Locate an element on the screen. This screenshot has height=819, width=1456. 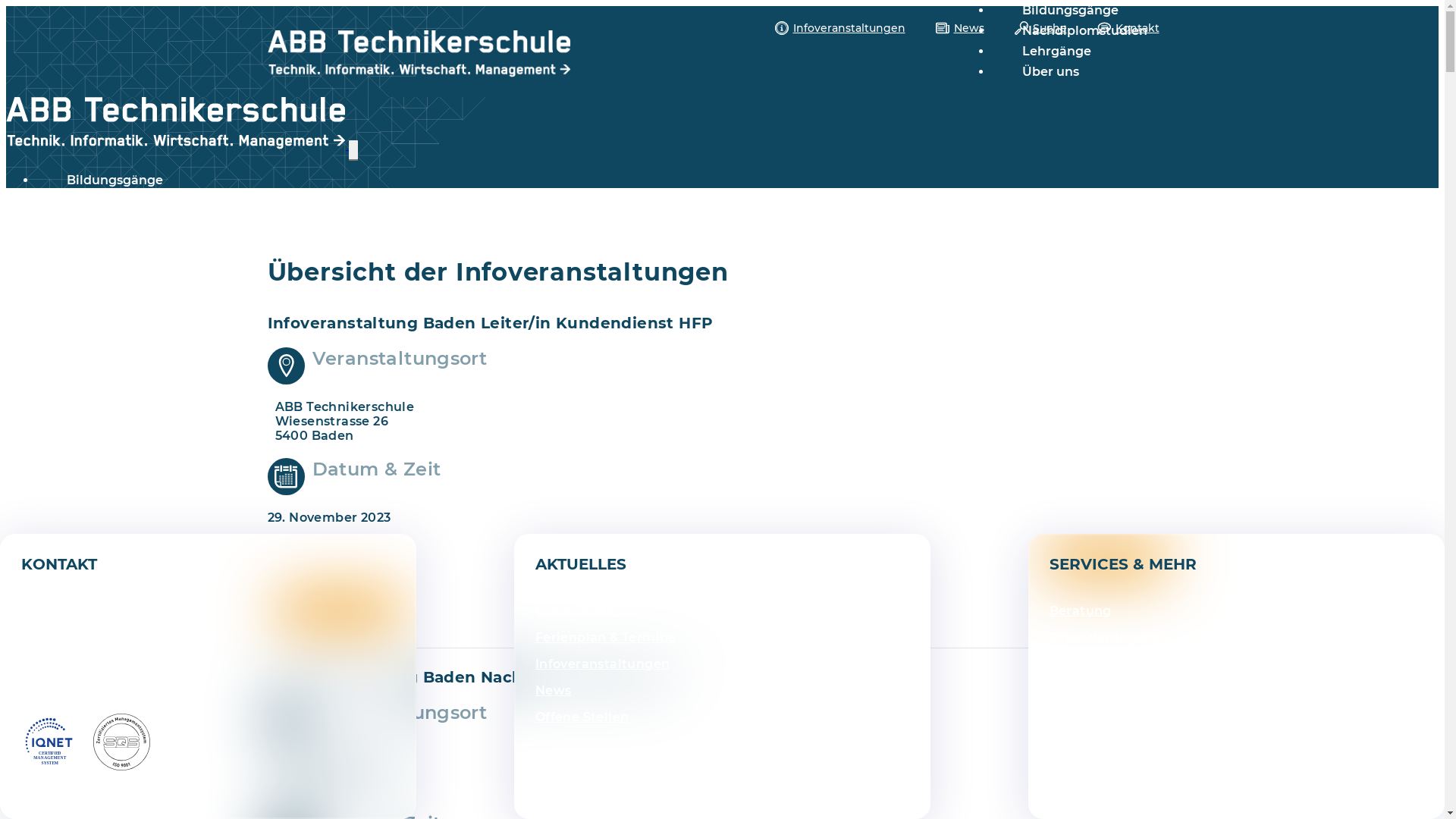
'Beratung' is located at coordinates (1080, 610).